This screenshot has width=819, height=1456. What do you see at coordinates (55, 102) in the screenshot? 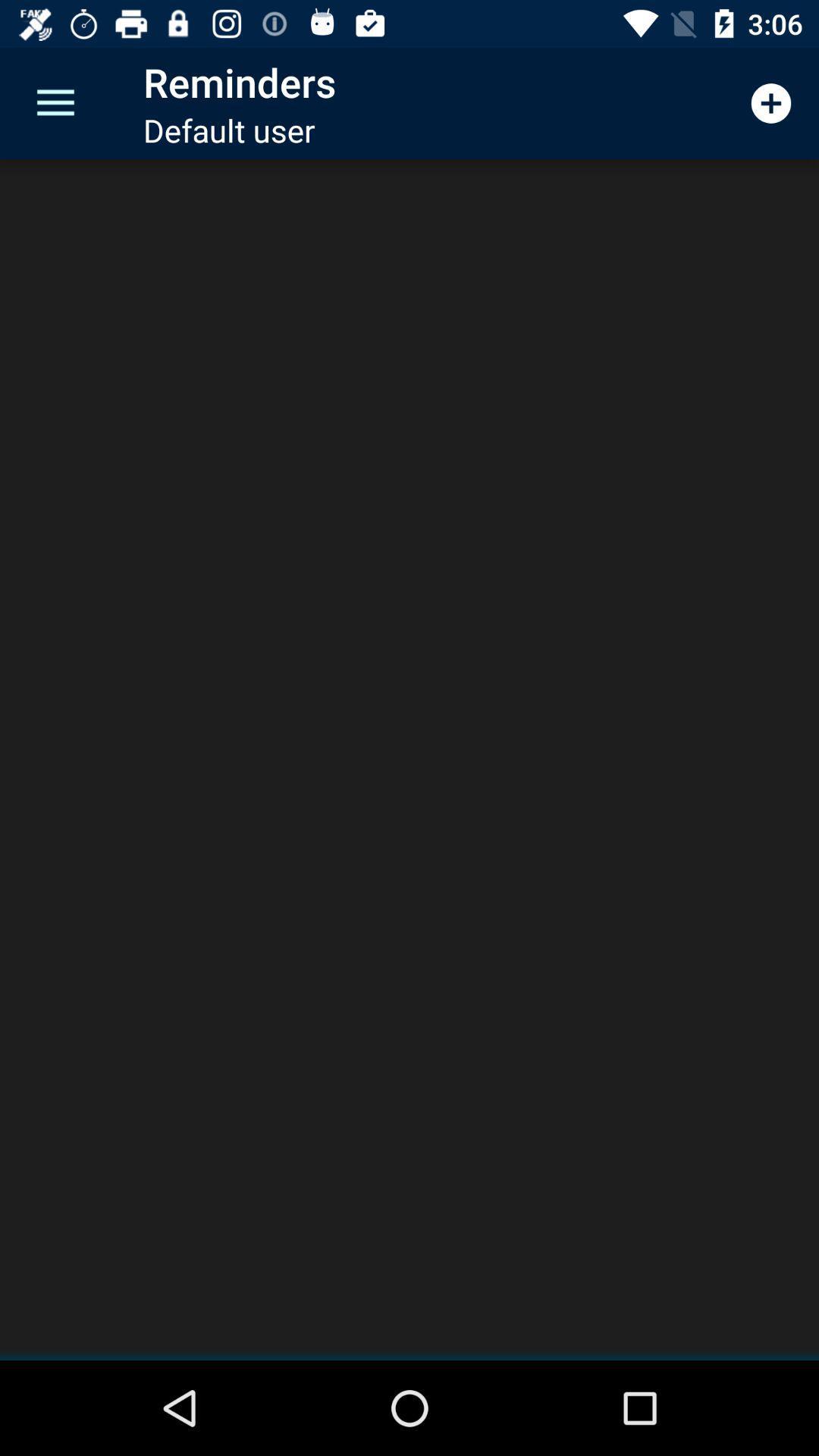
I see `item to the left of reminders item` at bounding box center [55, 102].